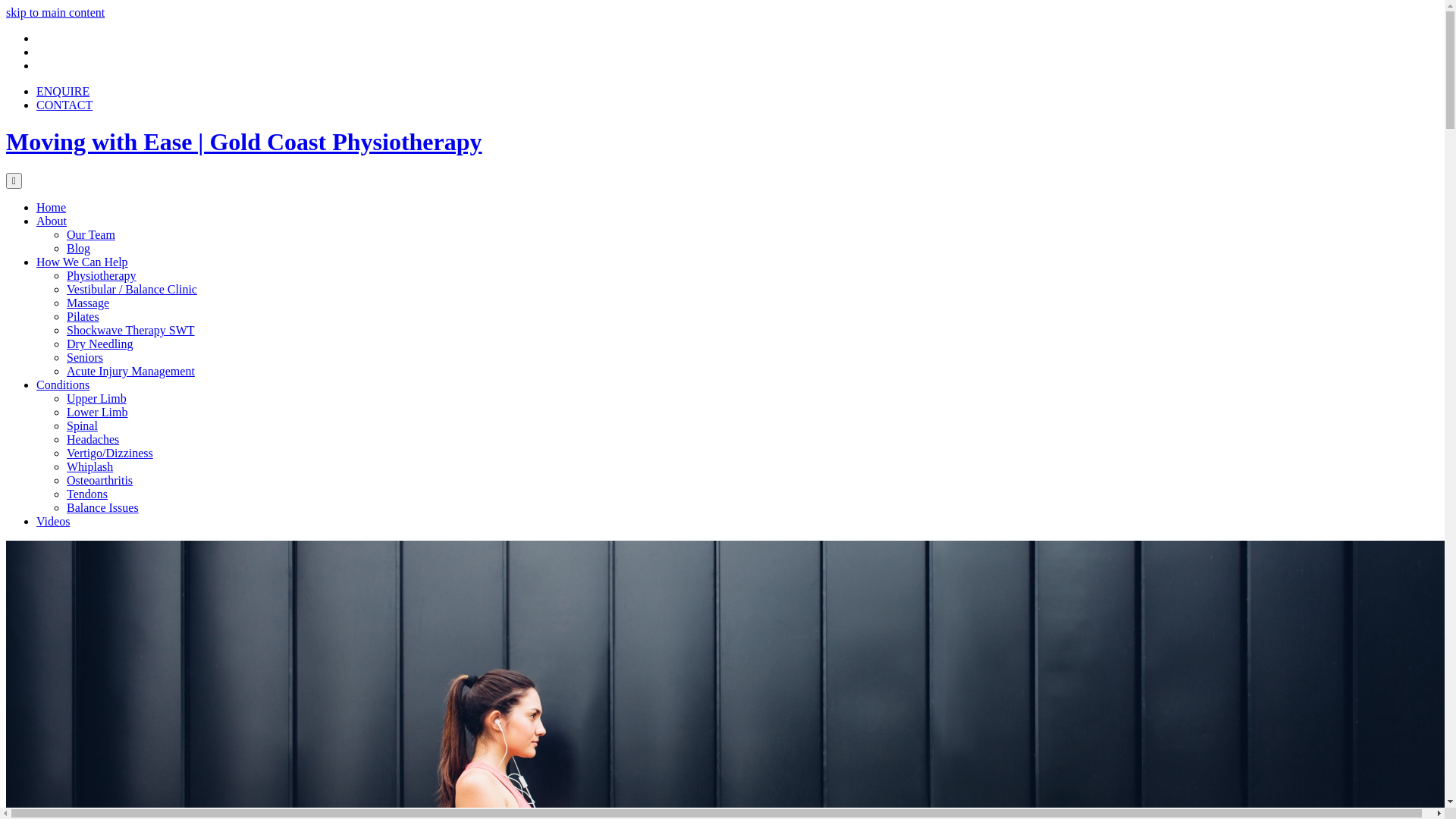 This screenshot has width=1456, height=819. I want to click on 'Upper Limb', so click(96, 397).